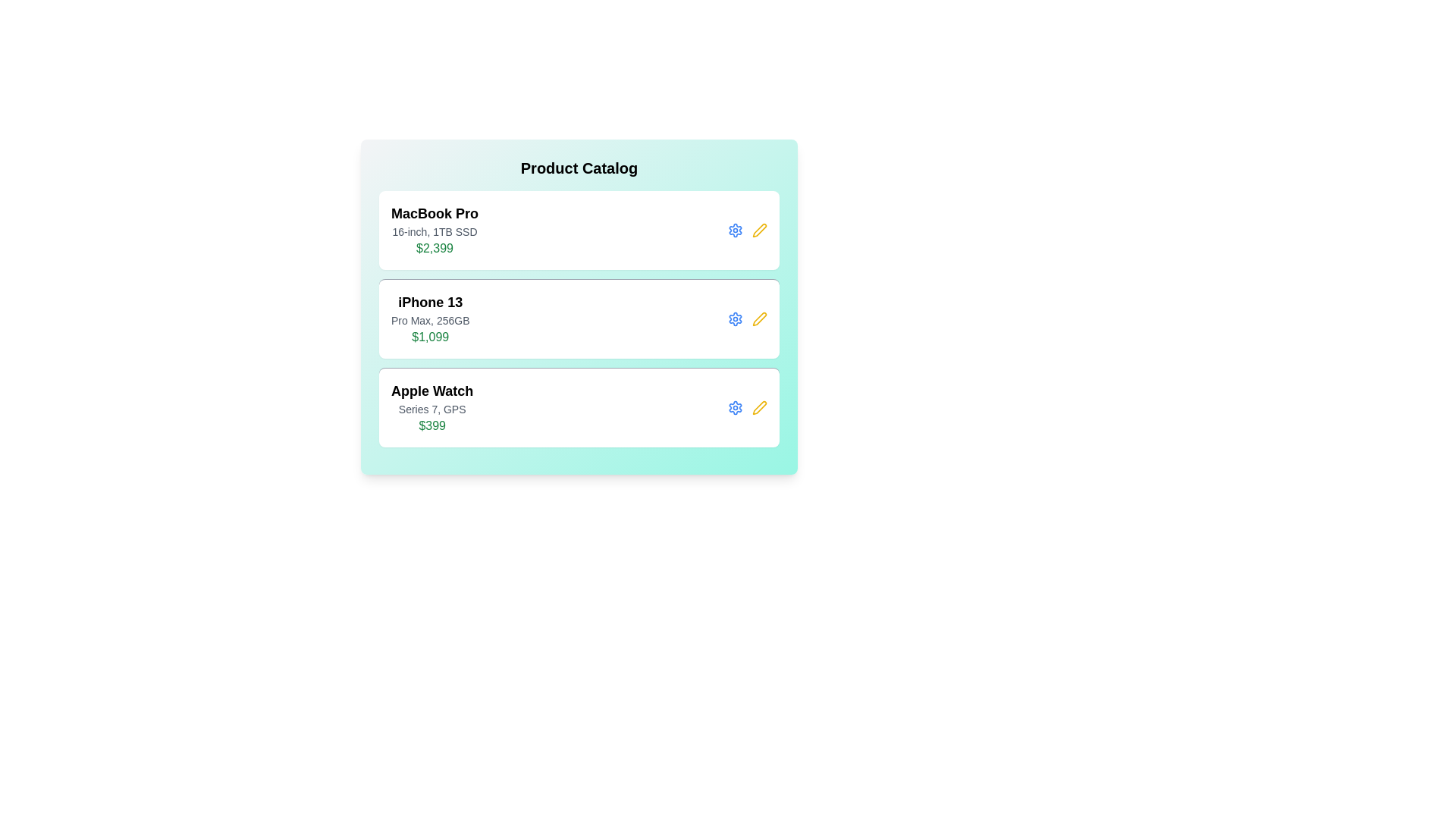 This screenshot has height=819, width=1456. What do you see at coordinates (735, 406) in the screenshot?
I see `the settings icon for the product Apple Watch` at bounding box center [735, 406].